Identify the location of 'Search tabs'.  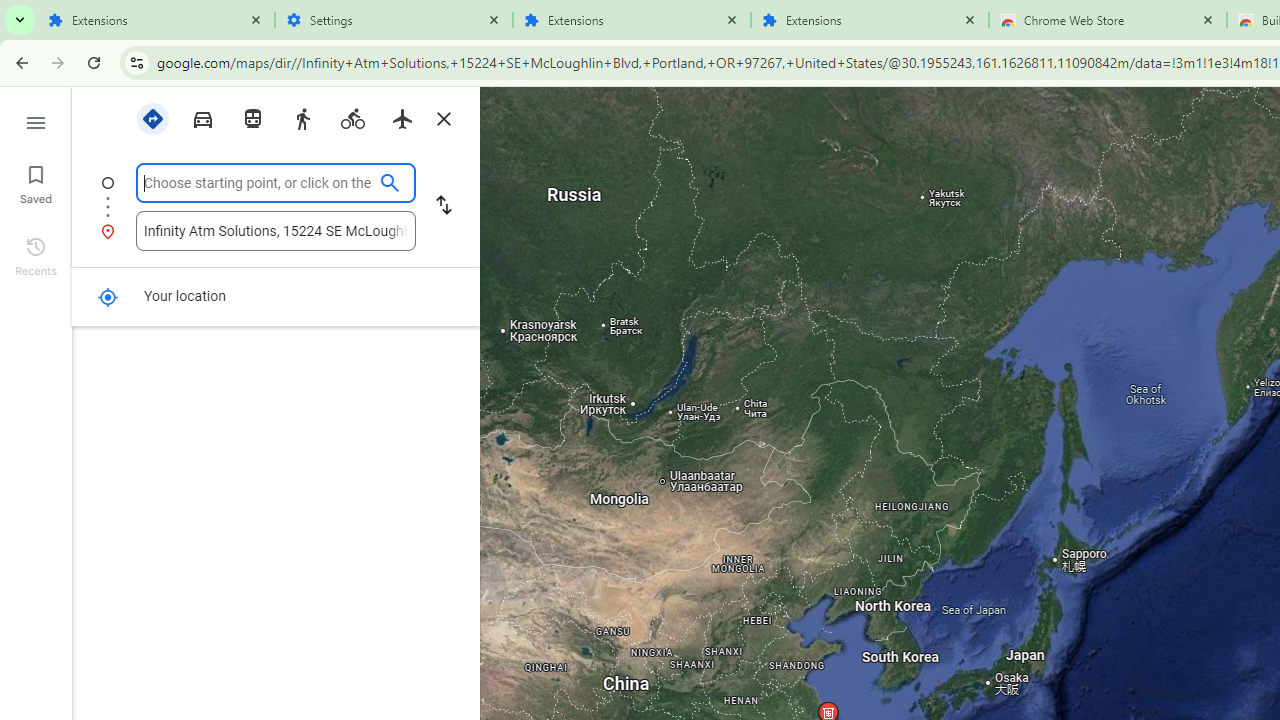
(20, 20).